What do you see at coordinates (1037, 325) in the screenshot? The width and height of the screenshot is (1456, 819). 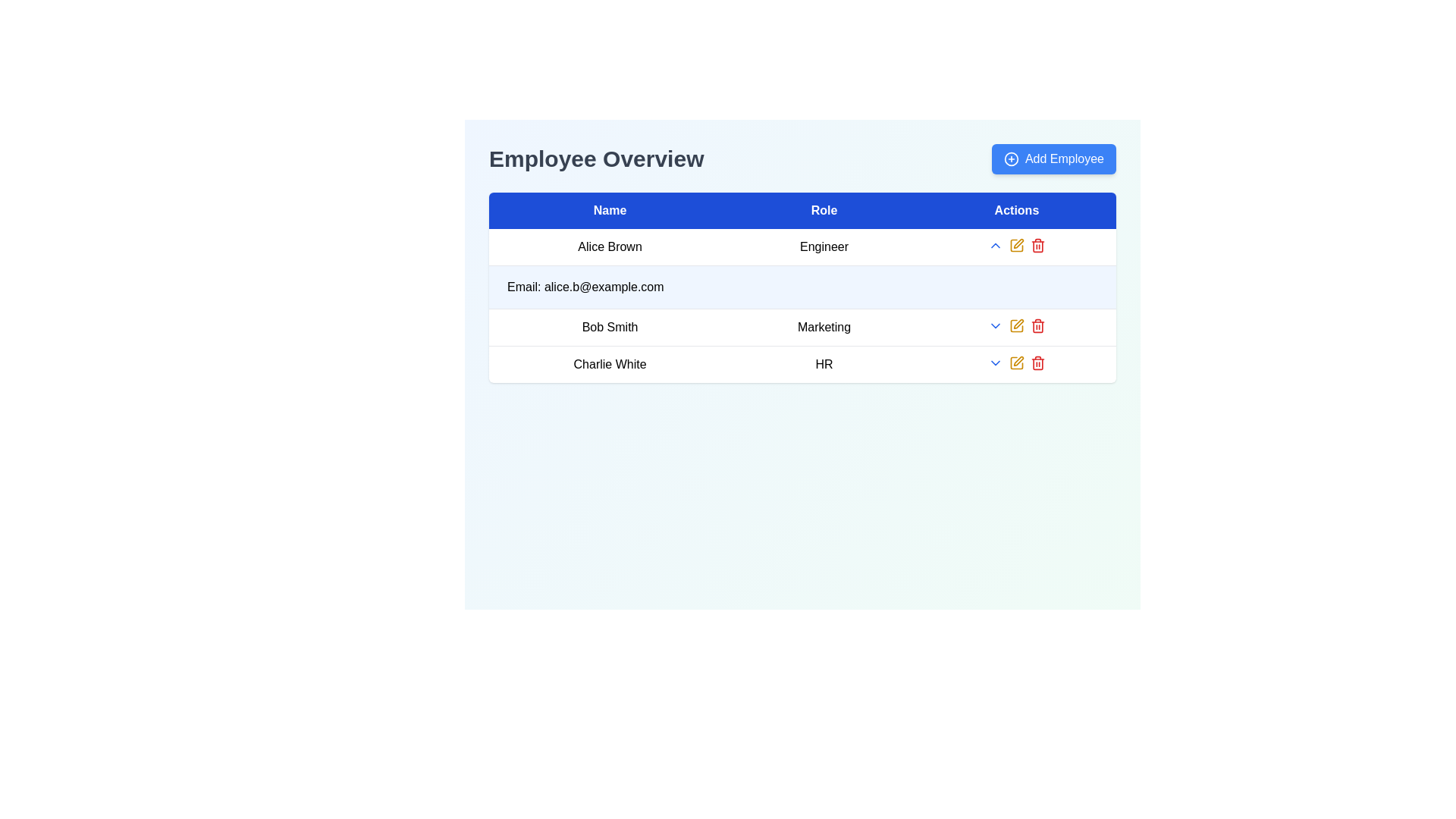 I see `the red trash bin icon located in the 'Actions' column of the second row to observe its color change` at bounding box center [1037, 325].